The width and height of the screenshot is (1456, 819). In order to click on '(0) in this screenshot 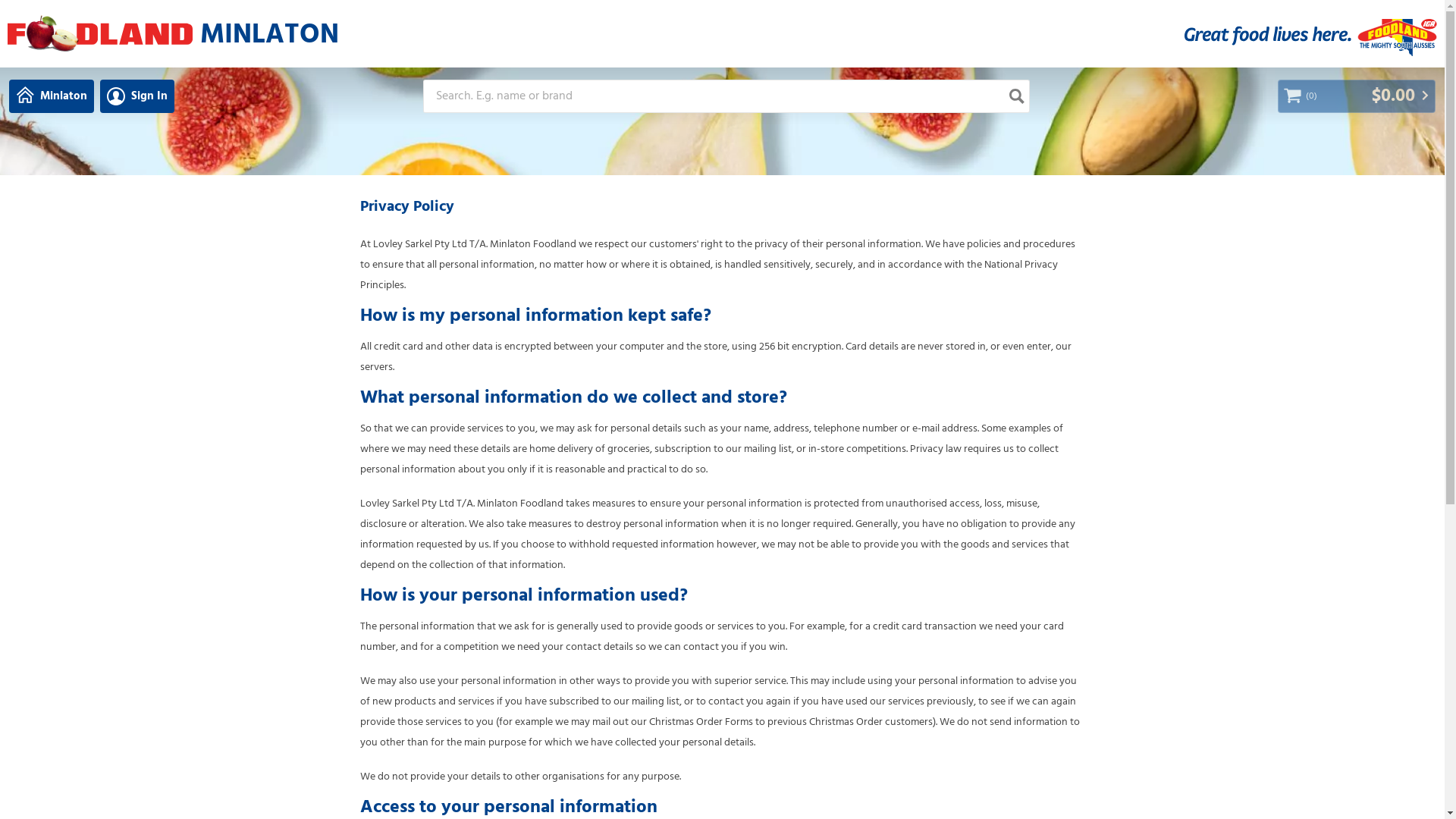, I will do `click(1357, 96)`.